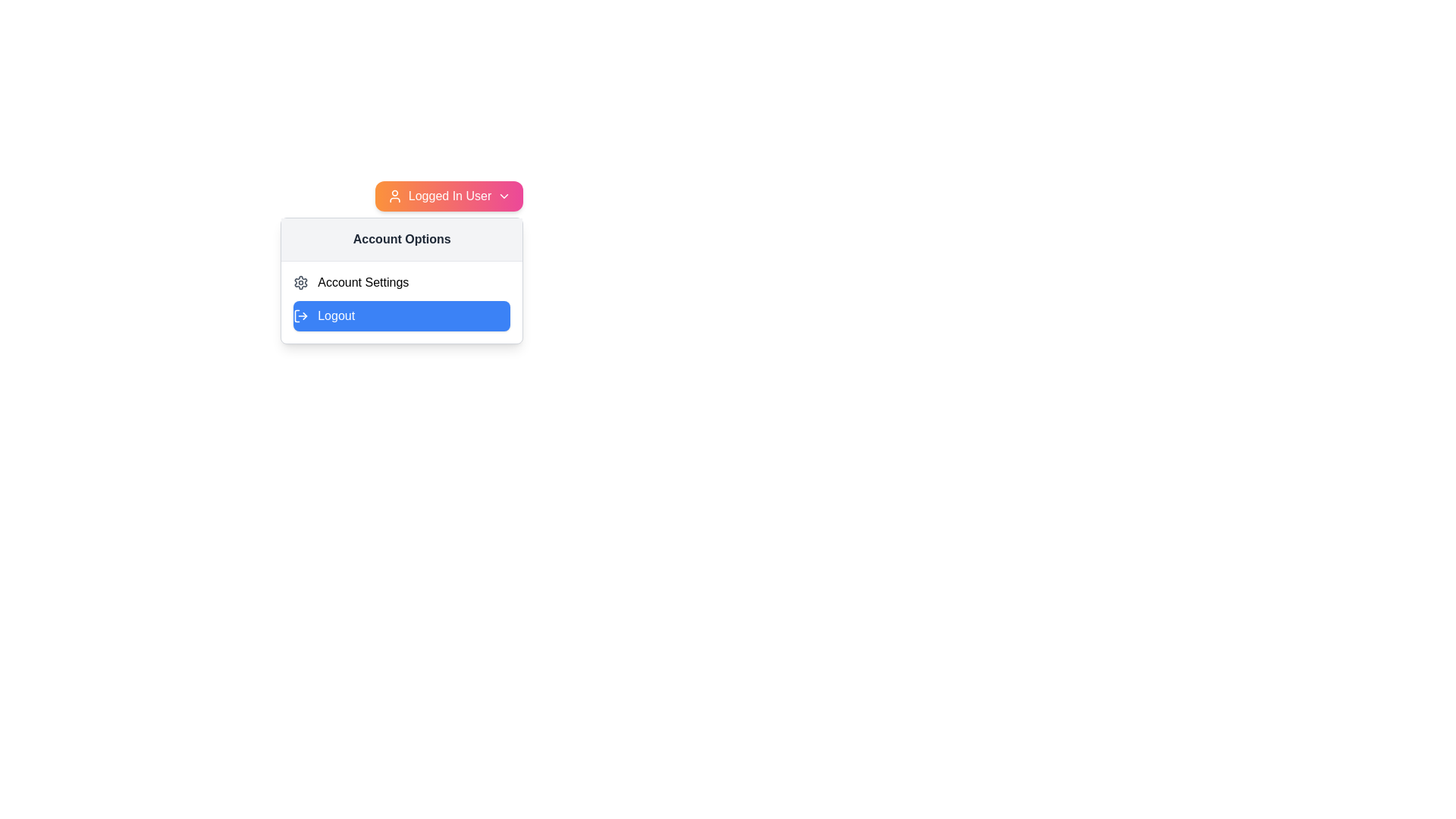 The width and height of the screenshot is (1456, 819). I want to click on the Label with icon that denotes account settings options, located within the 'Account Options' dropdown menu as the first list item, so click(402, 283).